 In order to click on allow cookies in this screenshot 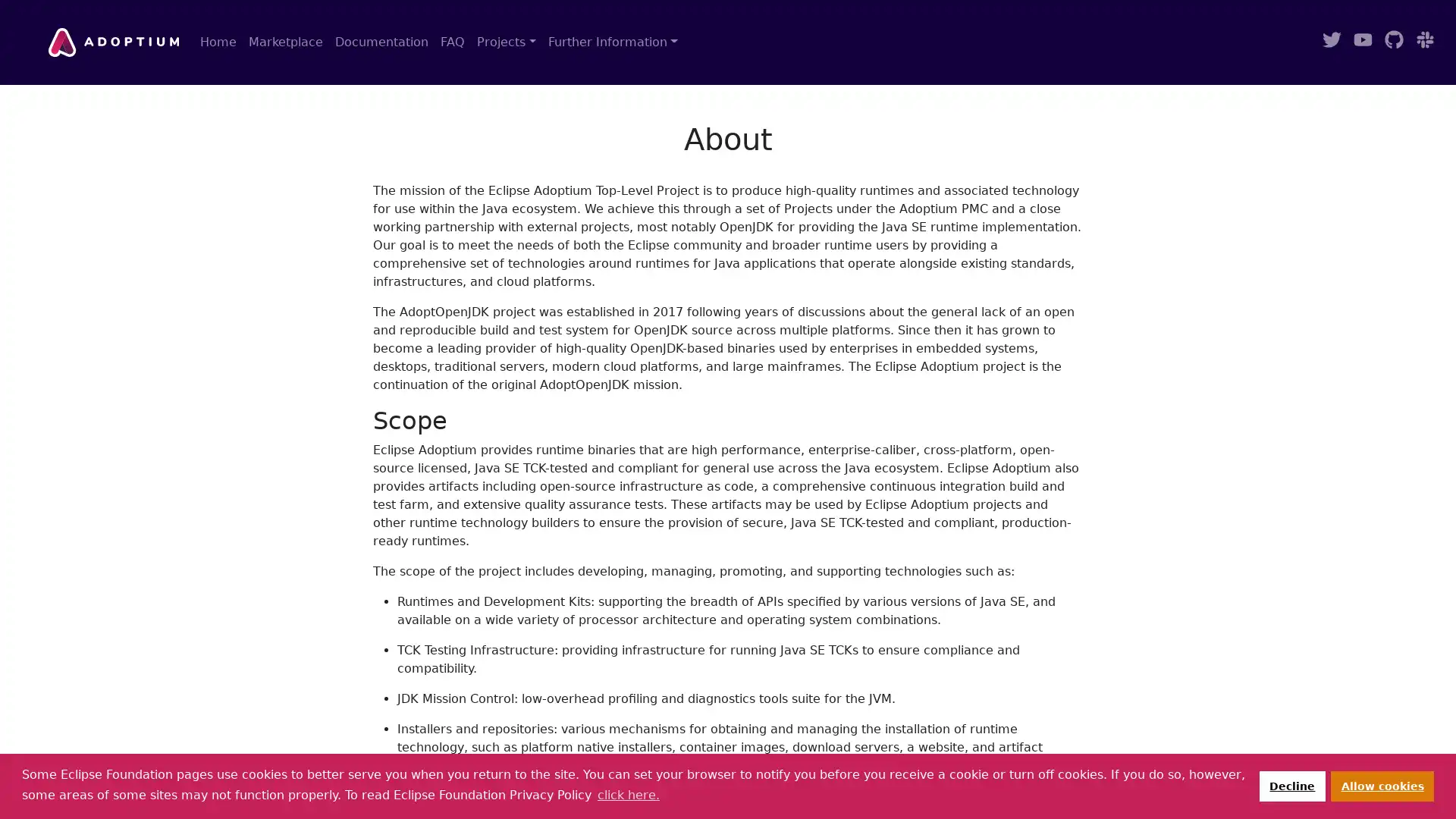, I will do `click(1382, 785)`.